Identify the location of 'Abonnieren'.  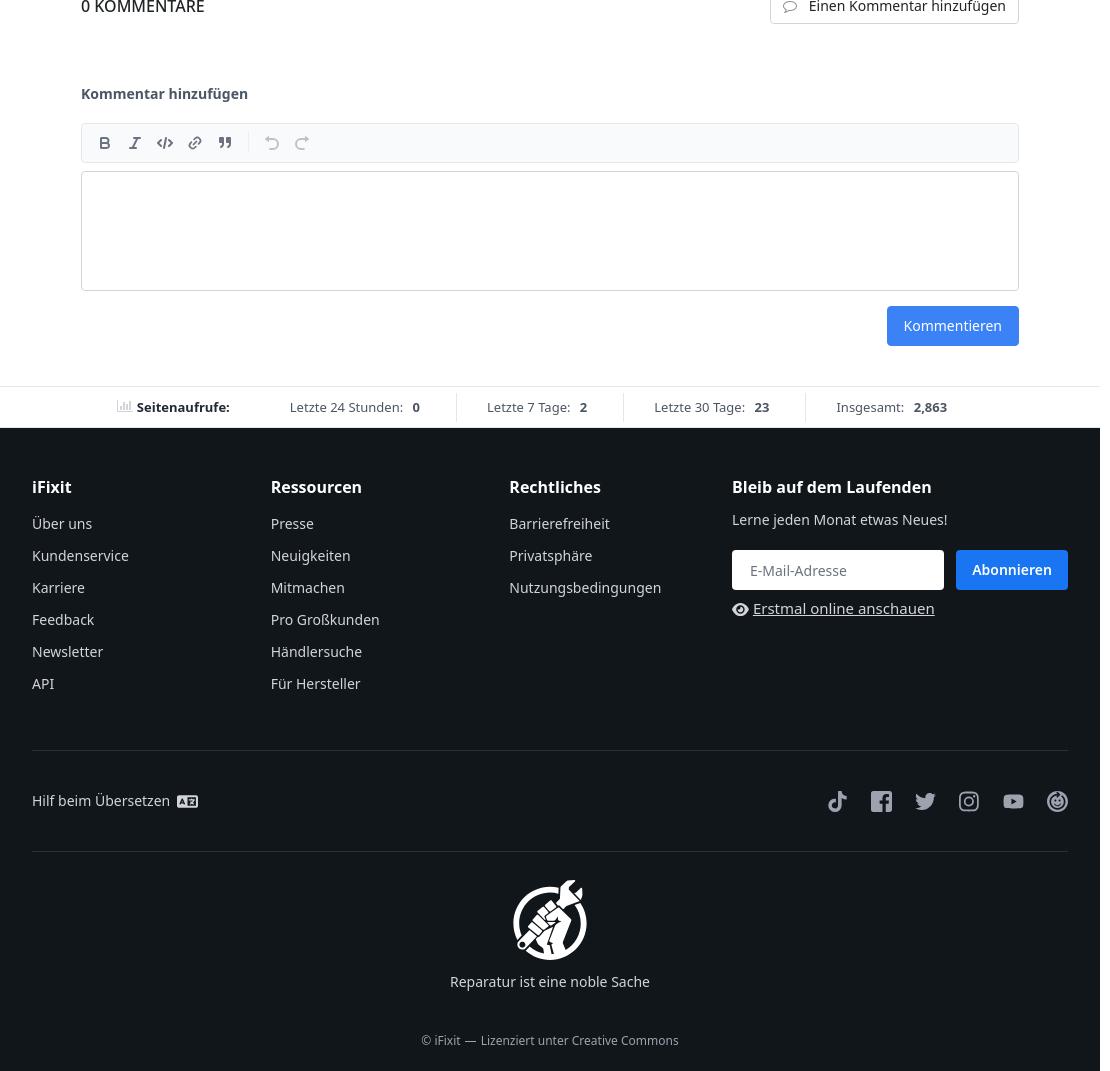
(1011, 569).